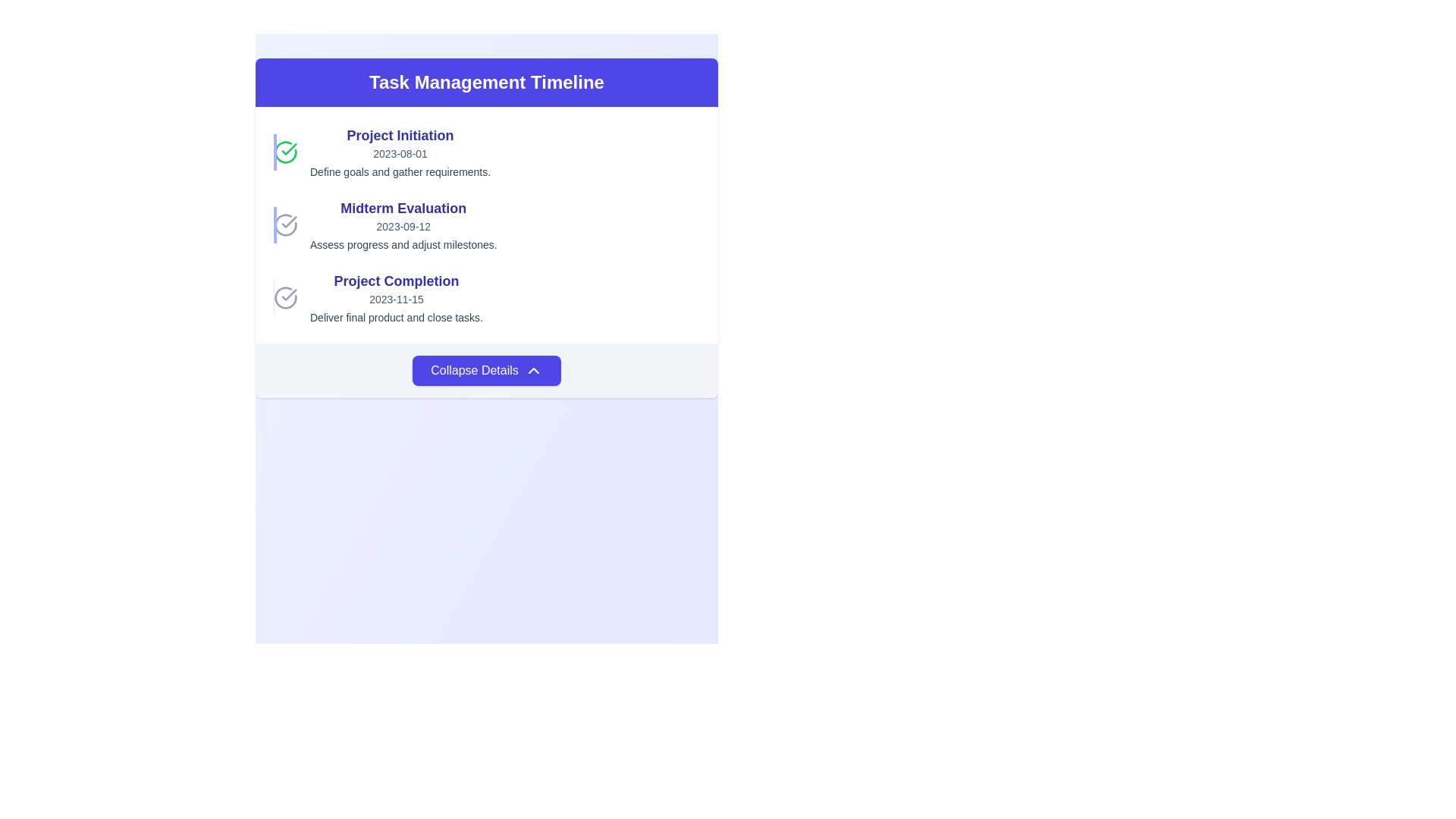 This screenshot has height=819, width=1456. I want to click on the static text element displaying '2023-09-12' in gray color, located beneath the title 'Midterm Evaluation', so click(403, 227).